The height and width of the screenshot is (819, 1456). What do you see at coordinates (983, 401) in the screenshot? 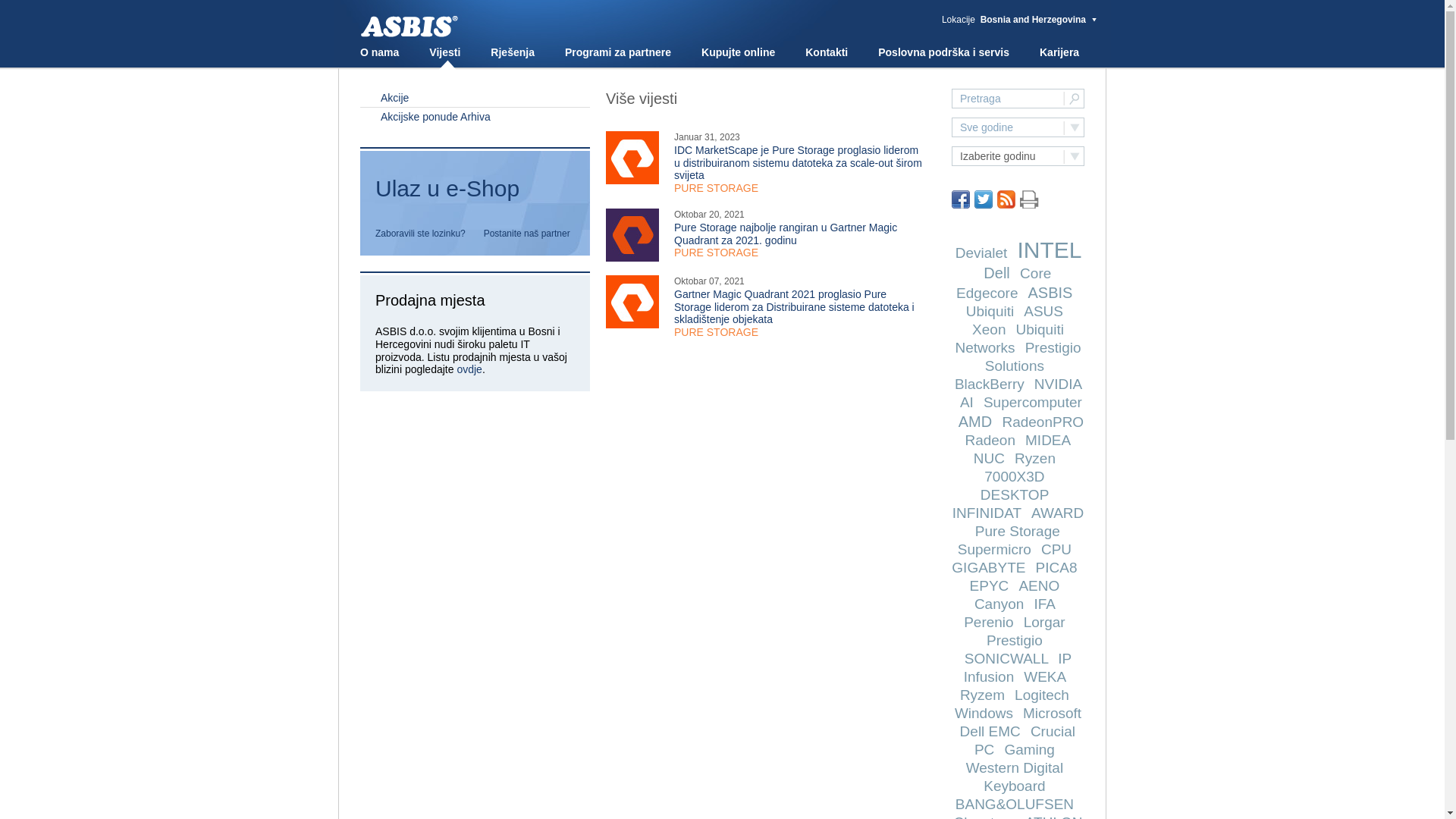
I see `'Supercomputer'` at bounding box center [983, 401].